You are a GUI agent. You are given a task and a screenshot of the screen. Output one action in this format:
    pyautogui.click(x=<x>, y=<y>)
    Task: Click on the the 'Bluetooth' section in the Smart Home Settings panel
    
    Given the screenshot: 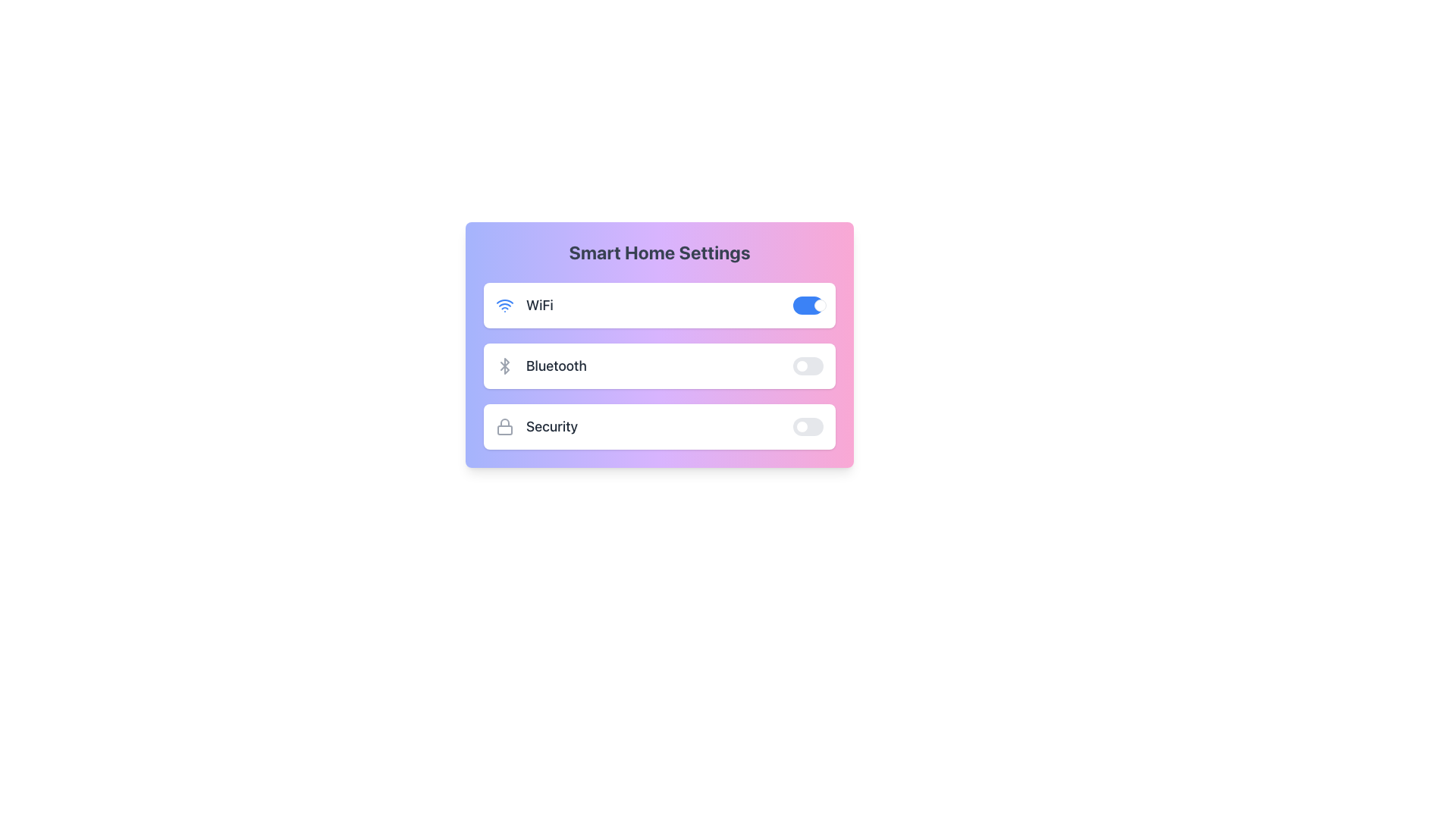 What is the action you would take?
    pyautogui.click(x=659, y=366)
    